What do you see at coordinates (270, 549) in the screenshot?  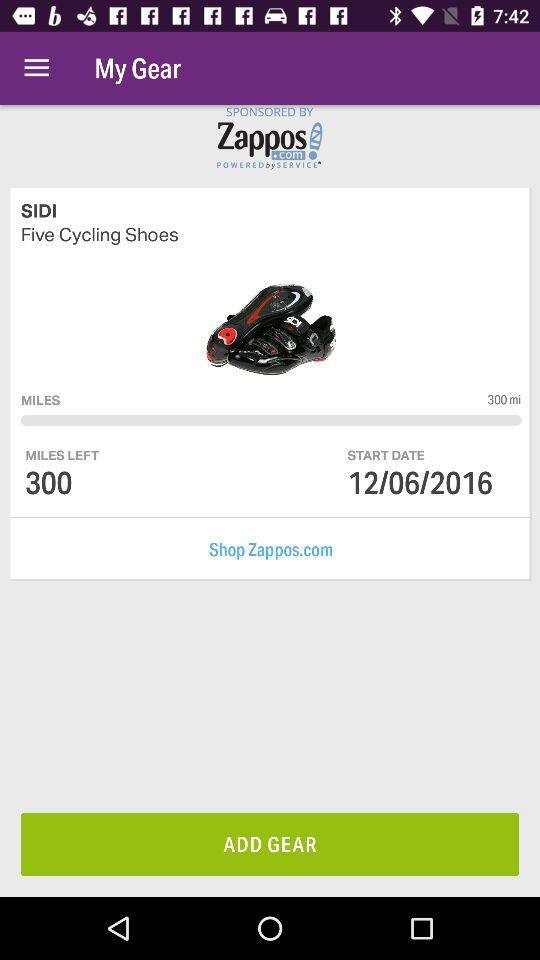 I see `the shop zappos.com icon` at bounding box center [270, 549].